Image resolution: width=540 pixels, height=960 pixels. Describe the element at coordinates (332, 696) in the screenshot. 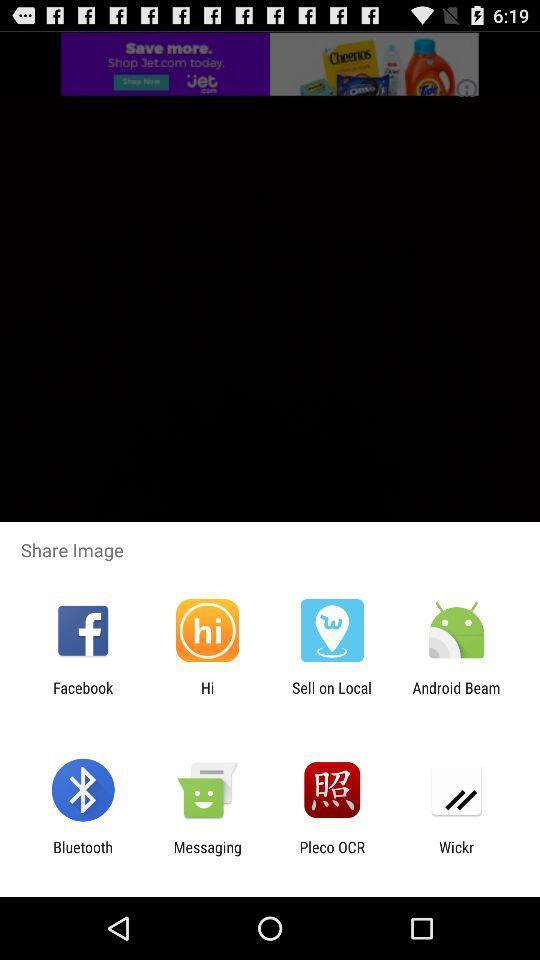

I see `icon to the right of the hi icon` at that location.